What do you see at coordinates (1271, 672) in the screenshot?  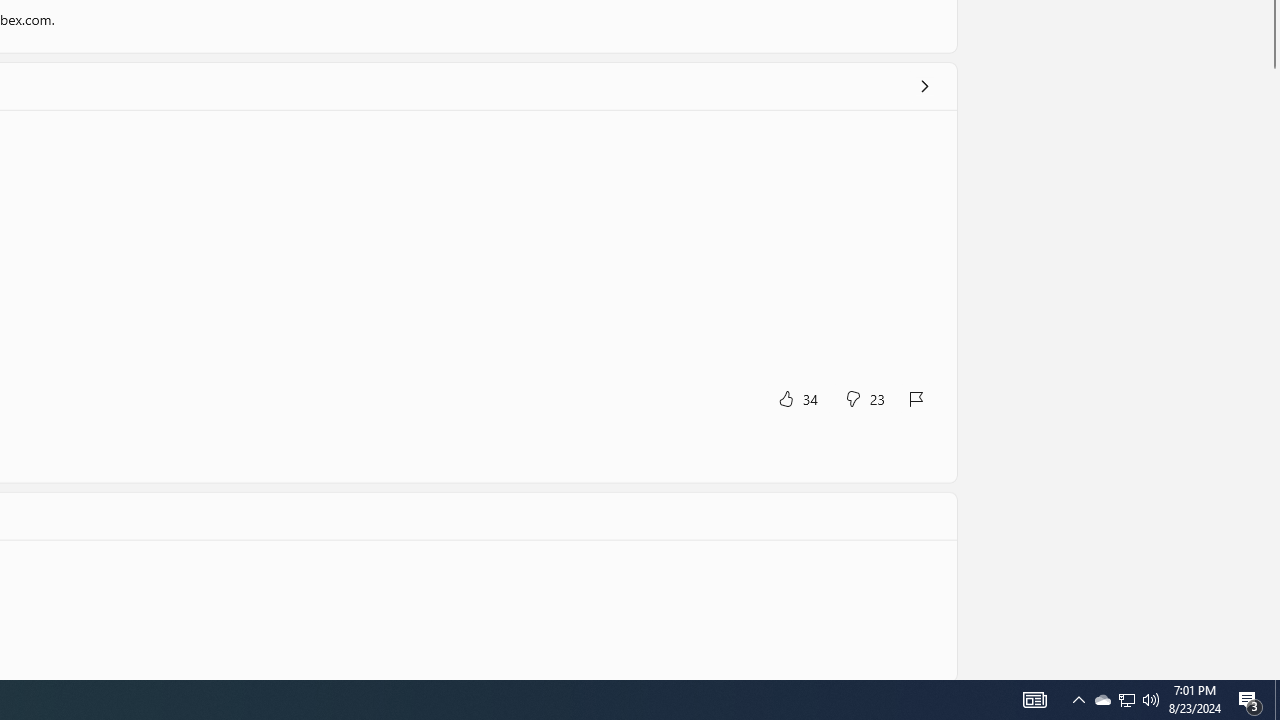 I see `'Vertical Small Increase'` at bounding box center [1271, 672].